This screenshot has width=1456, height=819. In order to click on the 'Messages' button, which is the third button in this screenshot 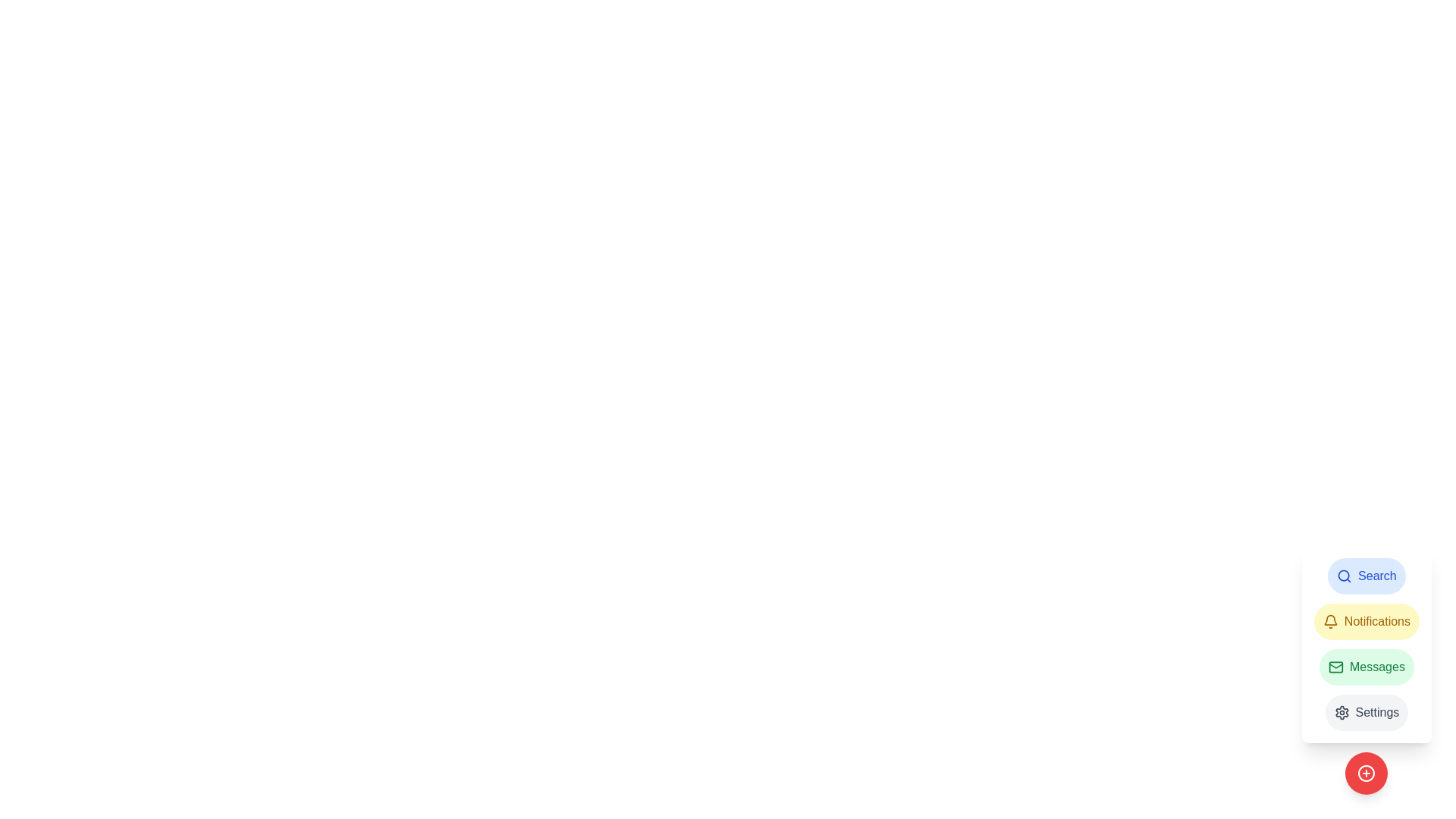, I will do `click(1367, 666)`.